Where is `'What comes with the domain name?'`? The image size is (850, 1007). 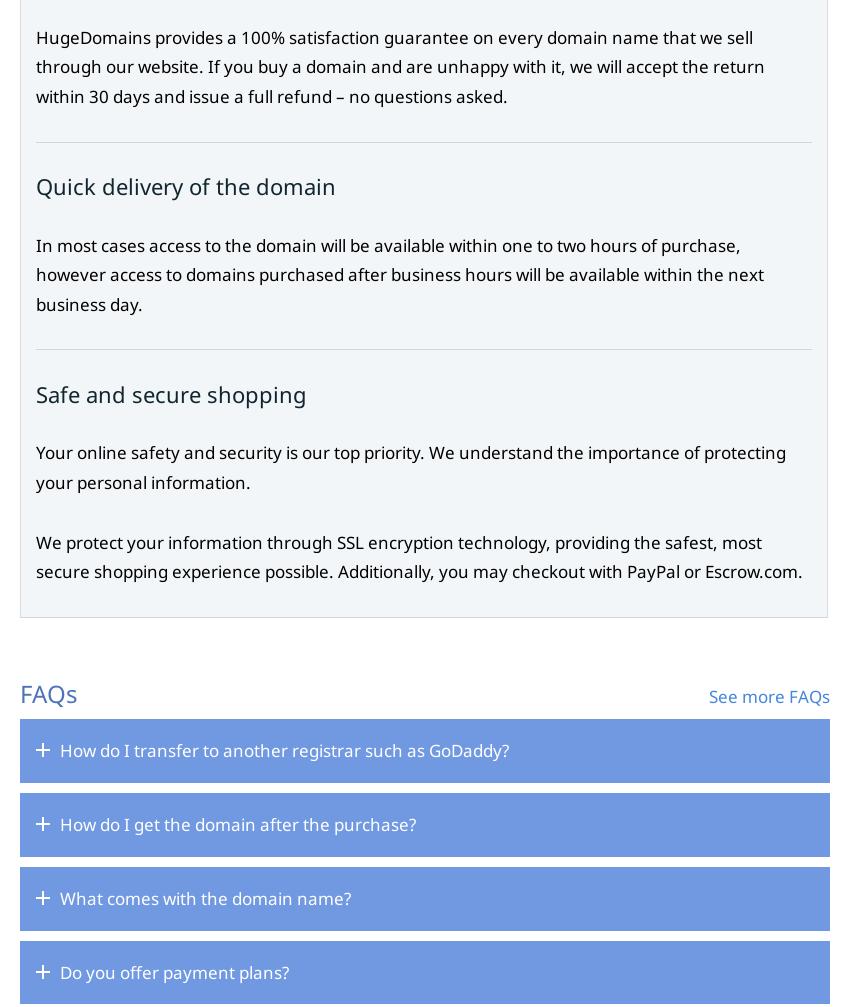
'What comes with the domain name?' is located at coordinates (204, 896).